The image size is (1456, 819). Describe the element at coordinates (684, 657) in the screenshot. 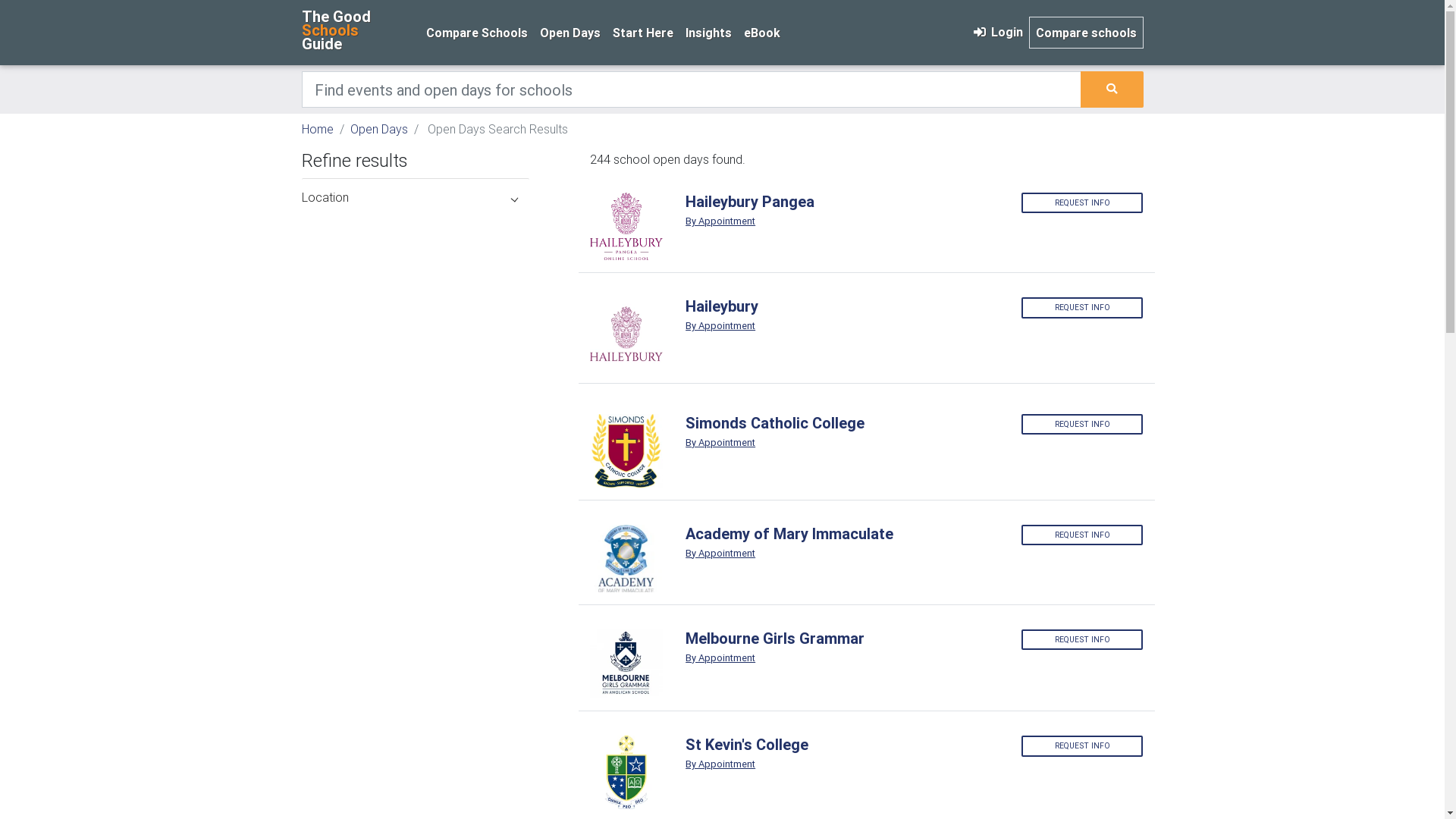

I see `'By Appointment'` at that location.